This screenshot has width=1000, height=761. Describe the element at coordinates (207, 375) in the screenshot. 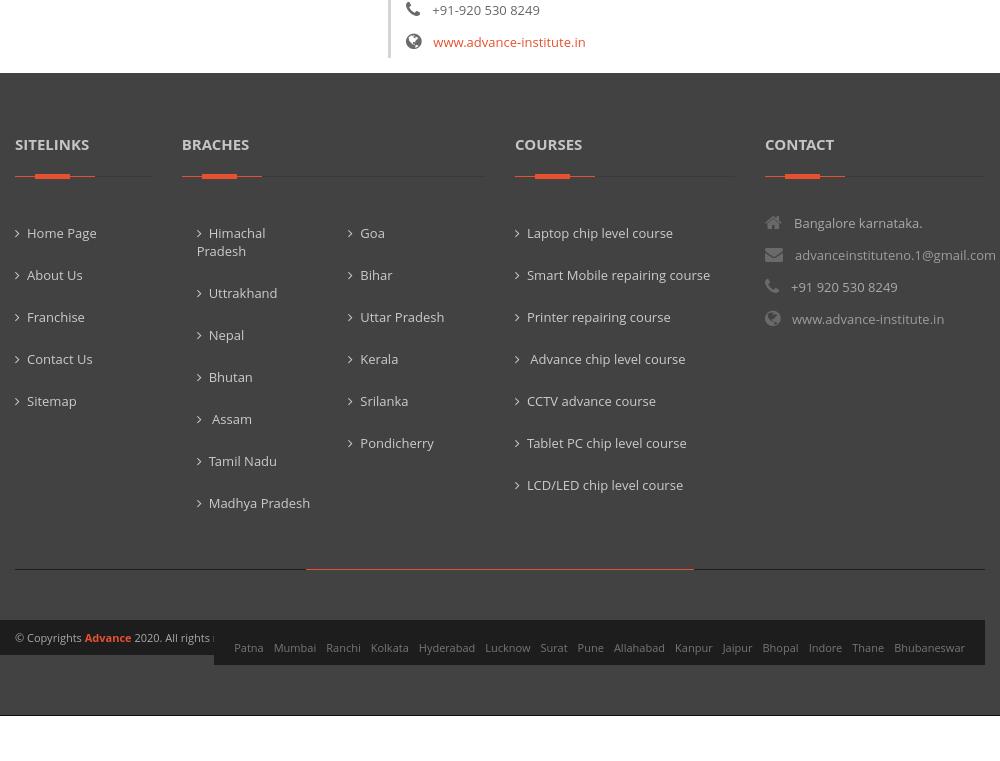

I see `'Bhutan'` at that location.